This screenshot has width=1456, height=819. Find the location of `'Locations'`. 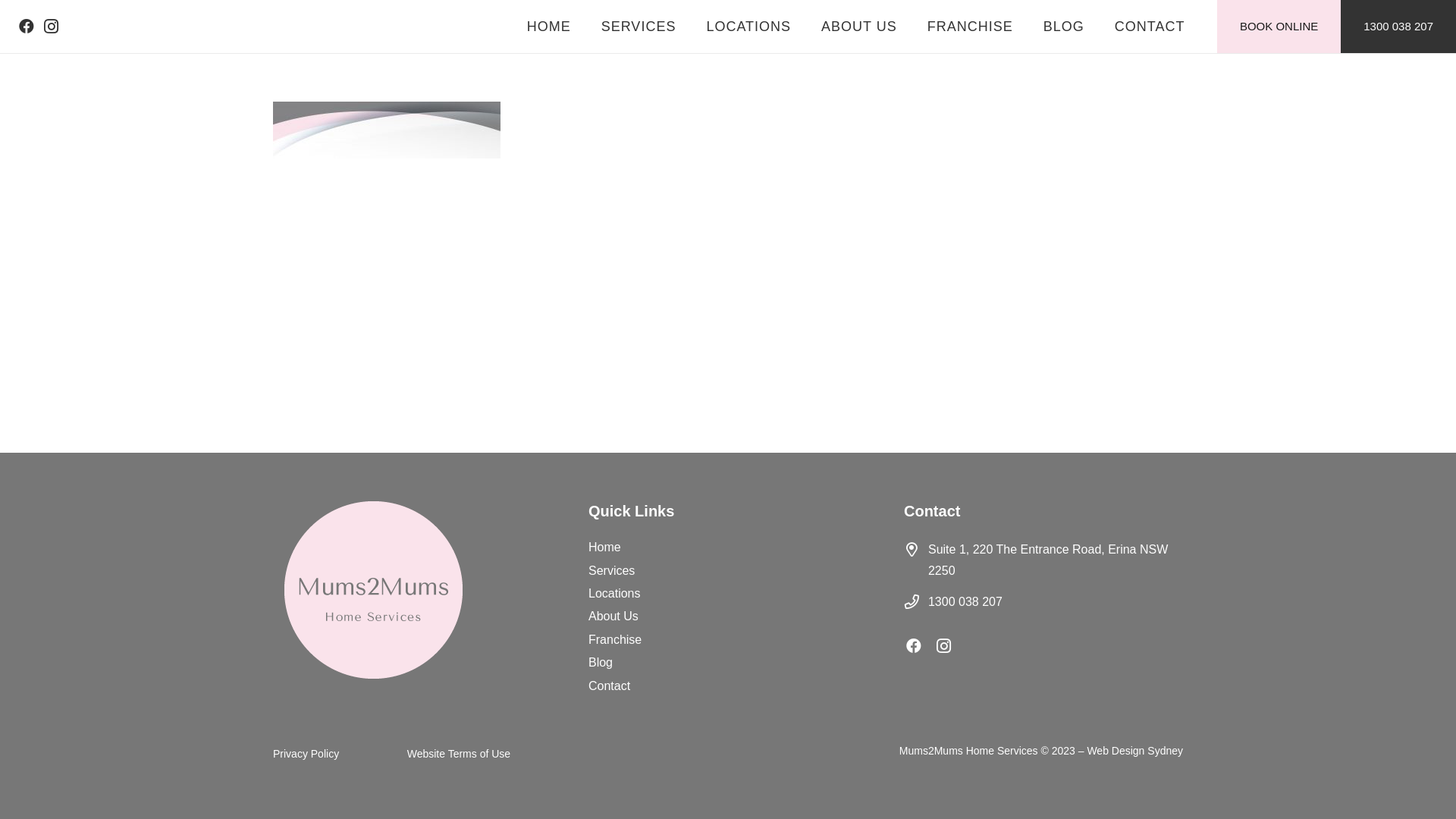

'Locations' is located at coordinates (614, 592).